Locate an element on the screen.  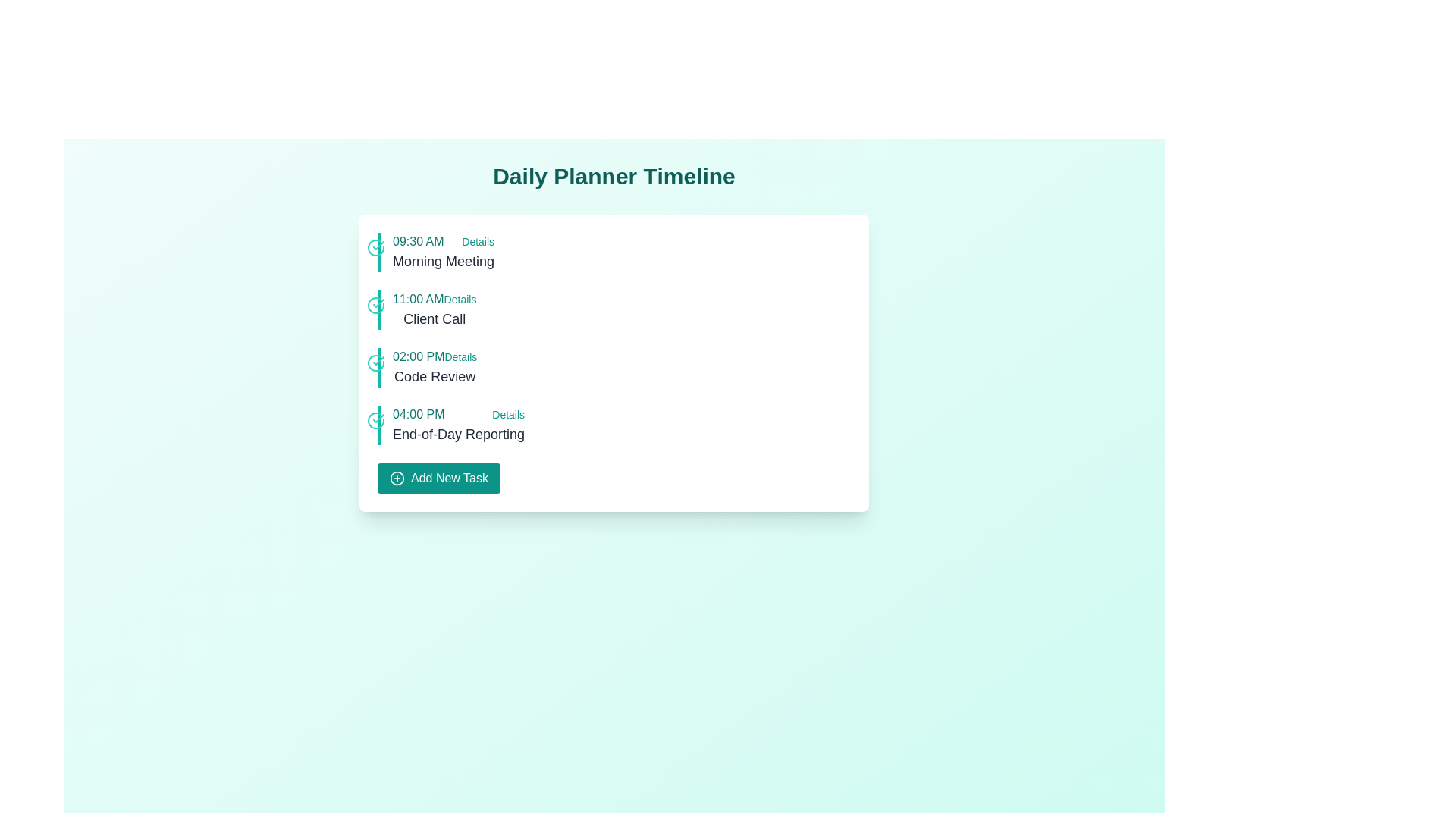
or tap on the teal circular icon with a check mark located to the left of the text '09:30 AM Details Morning Meeting' is located at coordinates (375, 247).